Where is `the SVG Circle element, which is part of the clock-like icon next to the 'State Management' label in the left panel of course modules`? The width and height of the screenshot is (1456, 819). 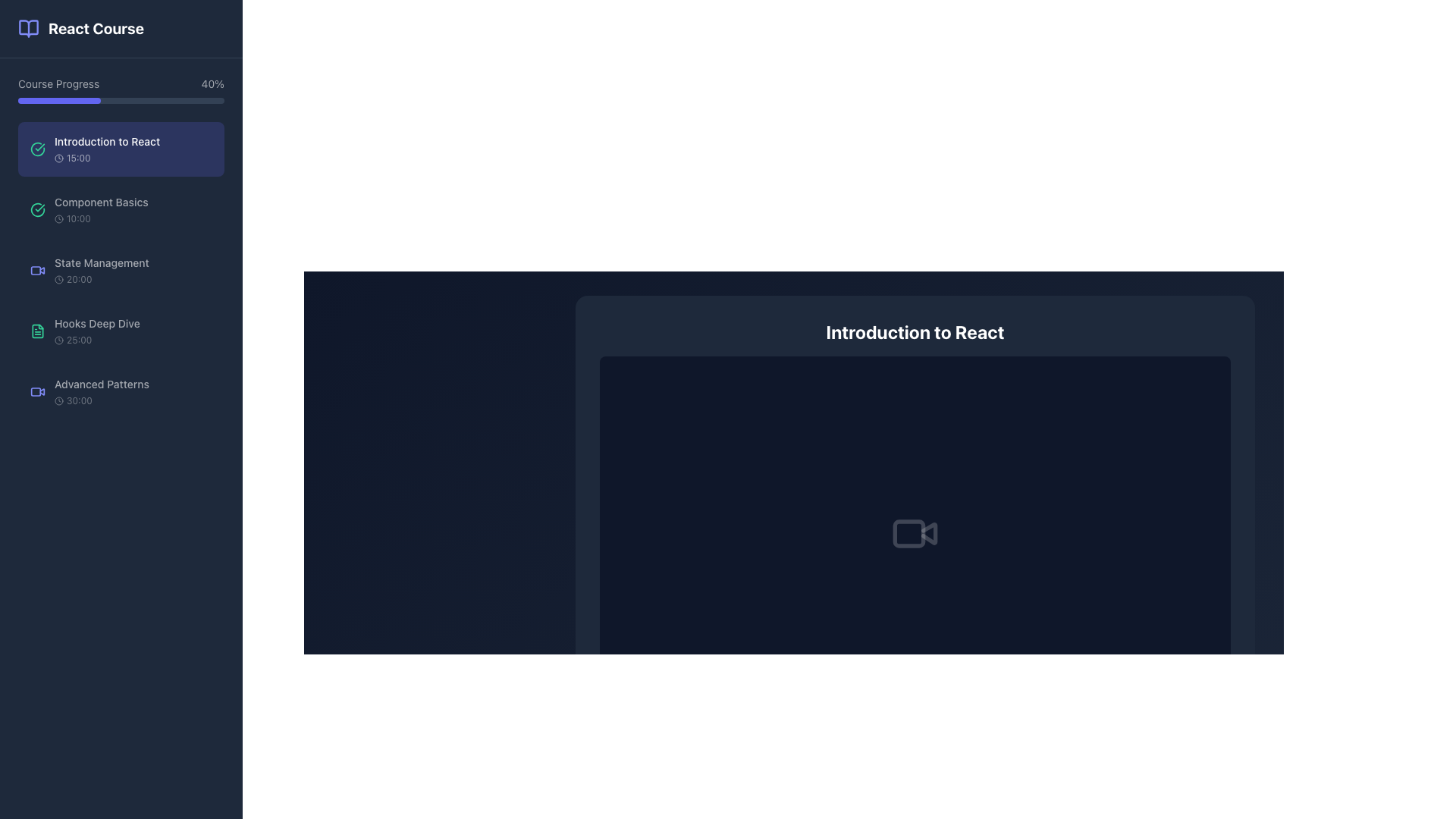
the SVG Circle element, which is part of the clock-like icon next to the 'State Management' label in the left panel of course modules is located at coordinates (58, 280).